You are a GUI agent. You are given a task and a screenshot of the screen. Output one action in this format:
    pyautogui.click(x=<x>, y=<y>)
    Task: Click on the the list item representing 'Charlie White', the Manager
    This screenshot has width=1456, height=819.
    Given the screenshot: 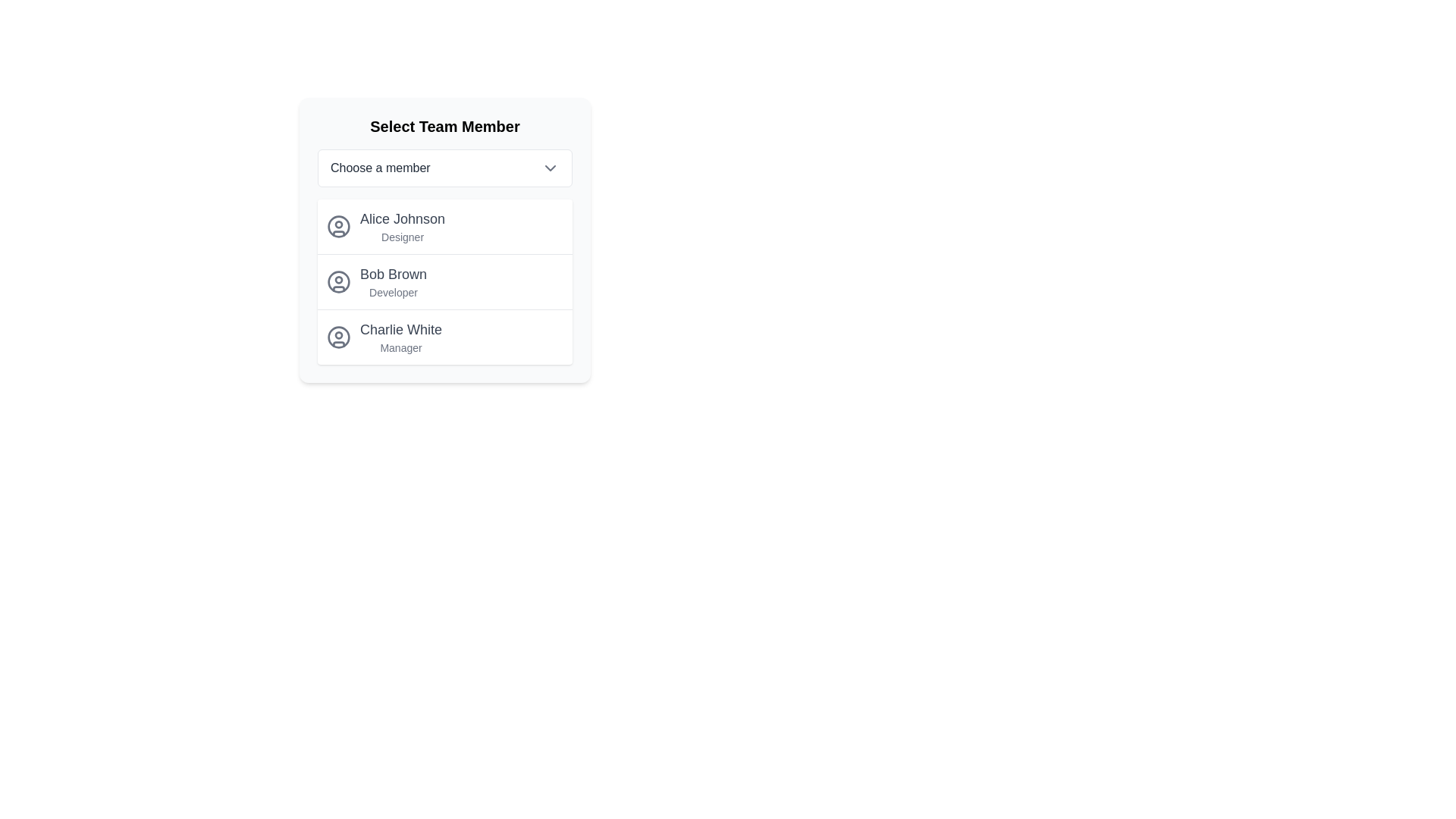 What is the action you would take?
    pyautogui.click(x=384, y=336)
    